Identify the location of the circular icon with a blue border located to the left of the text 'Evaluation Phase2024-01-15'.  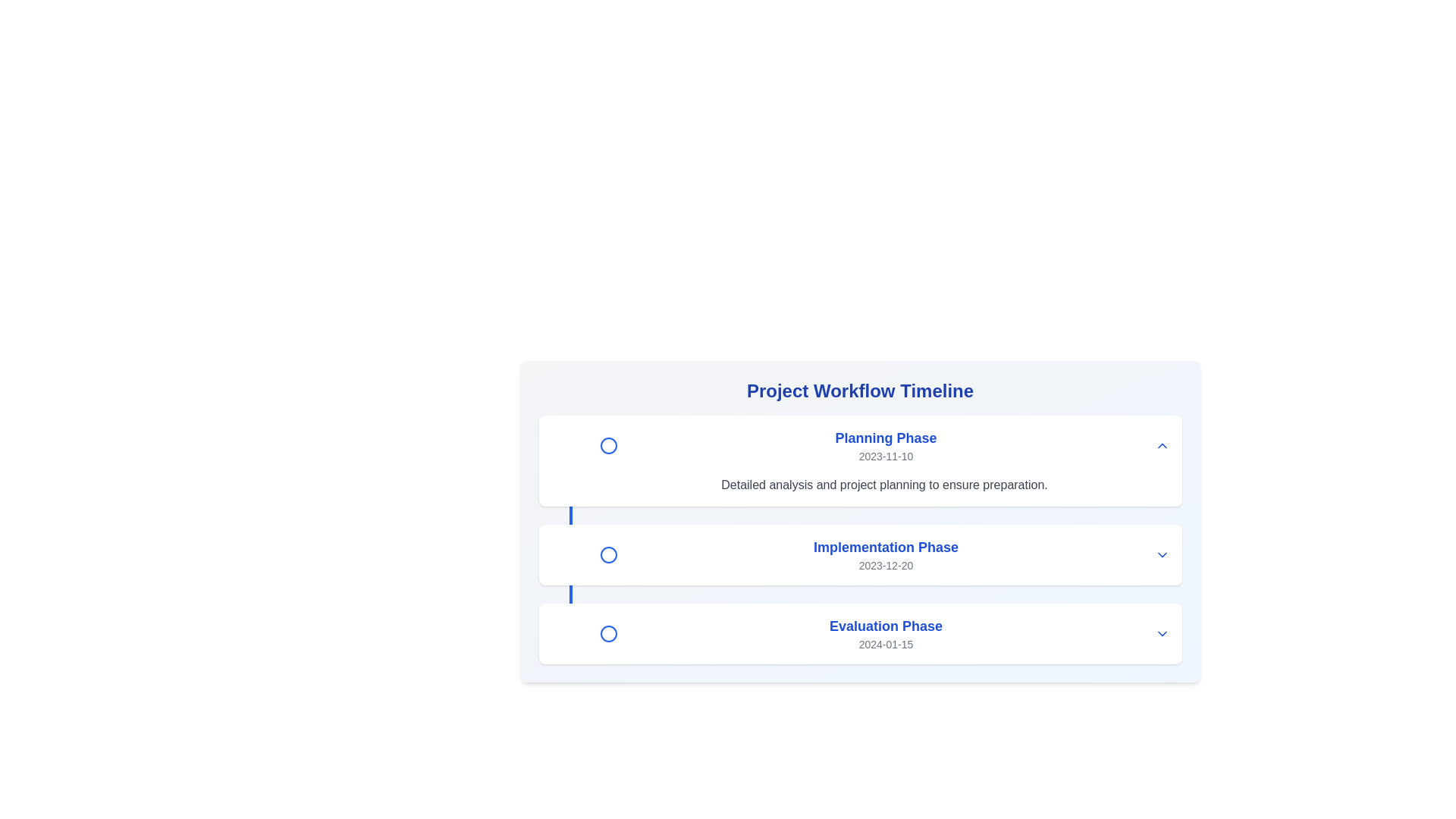
(608, 634).